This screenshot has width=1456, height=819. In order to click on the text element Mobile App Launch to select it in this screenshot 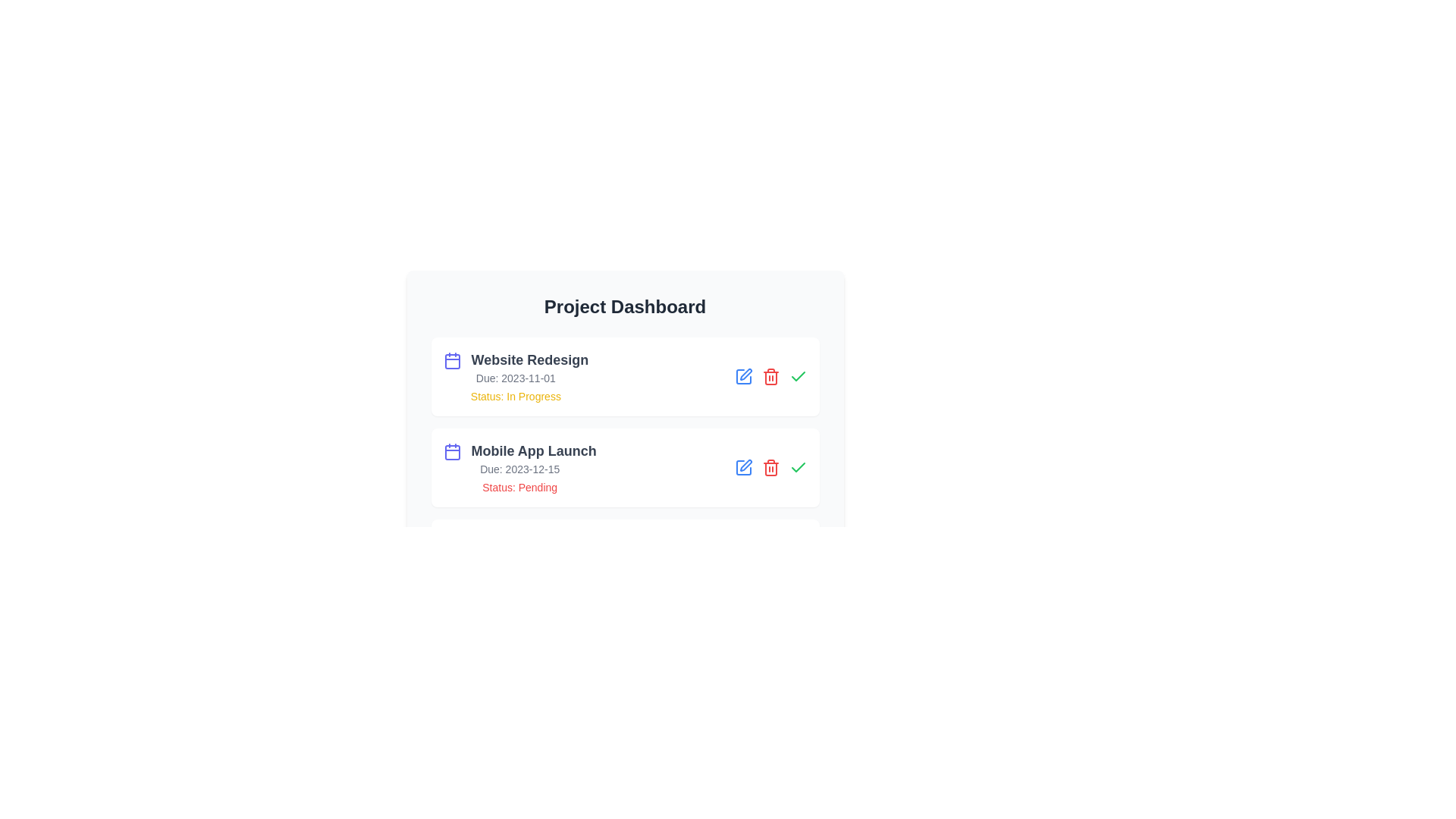, I will do `click(519, 450)`.